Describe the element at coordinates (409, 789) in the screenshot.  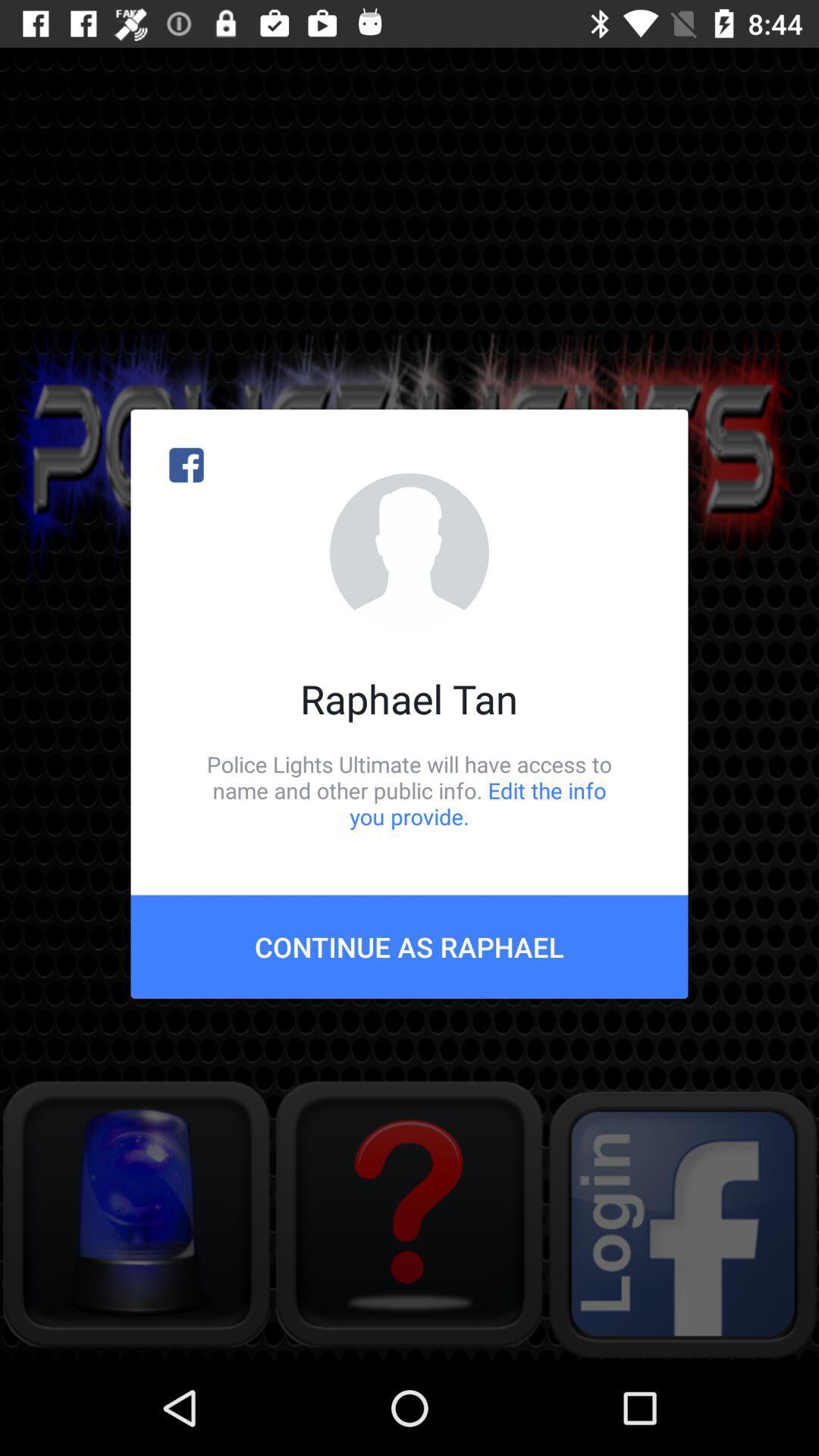
I see `the police lights ultimate icon` at that location.